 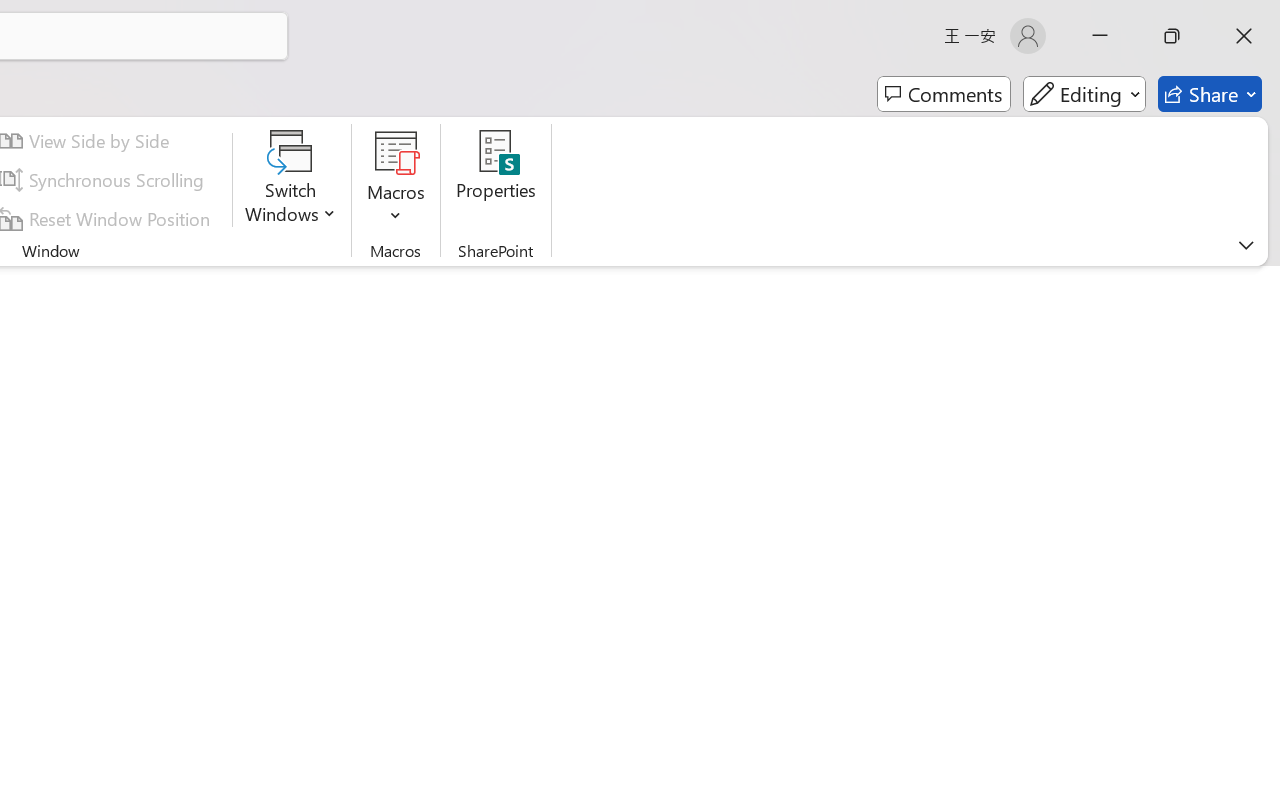 What do you see at coordinates (496, 179) in the screenshot?
I see `'Properties'` at bounding box center [496, 179].